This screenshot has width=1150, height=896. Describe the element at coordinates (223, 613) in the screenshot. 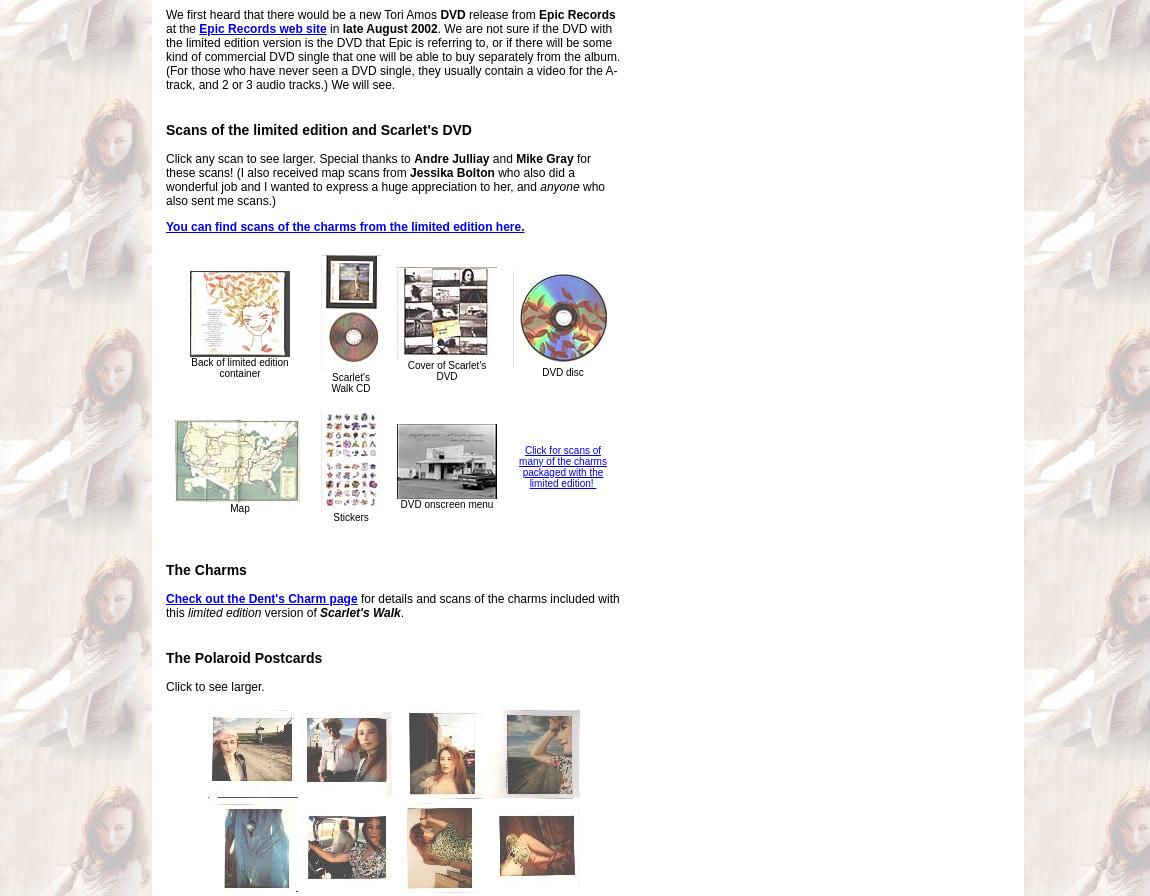

I see `'limited edition'` at that location.